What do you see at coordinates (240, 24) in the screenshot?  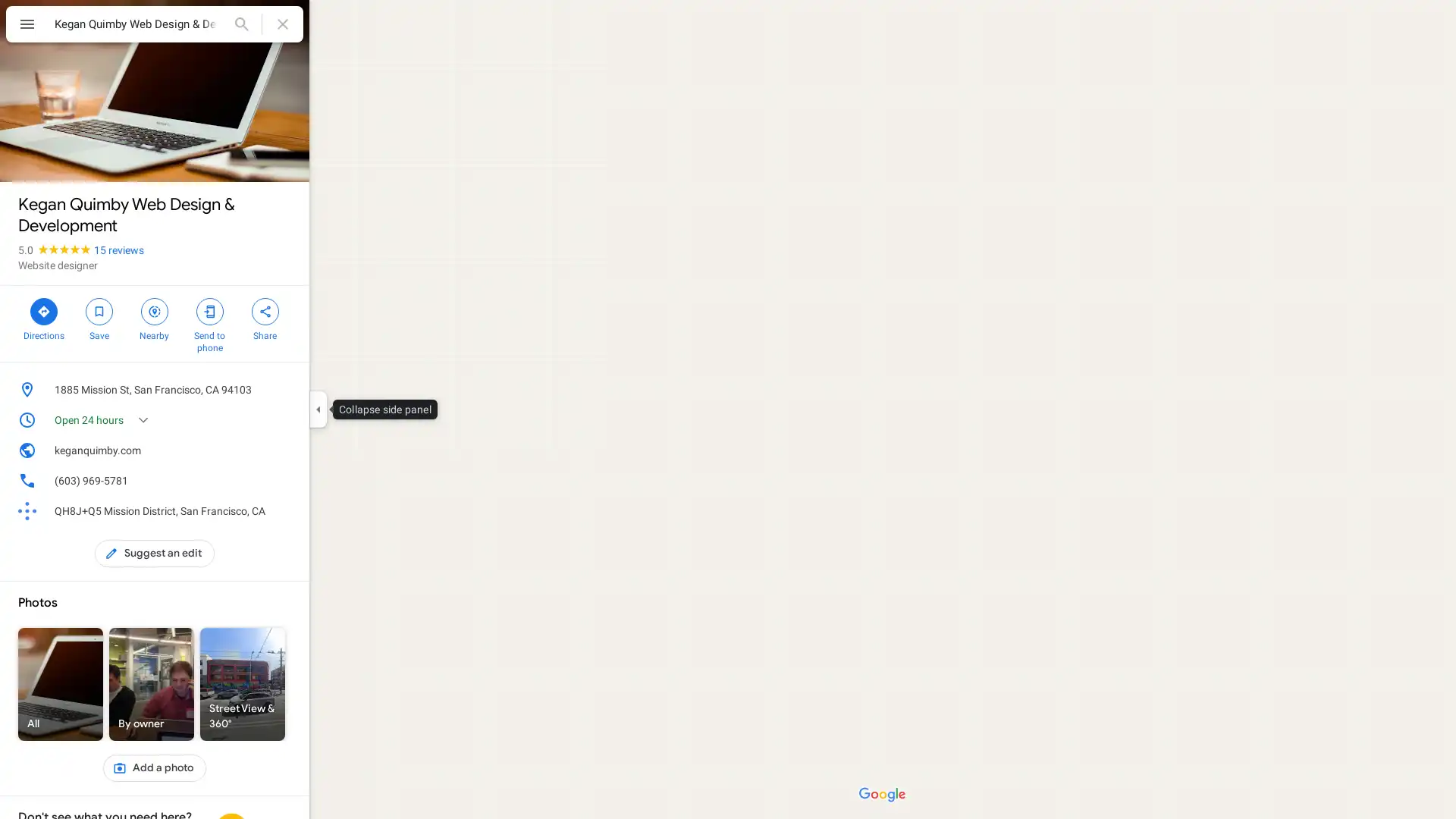 I see `Search` at bounding box center [240, 24].